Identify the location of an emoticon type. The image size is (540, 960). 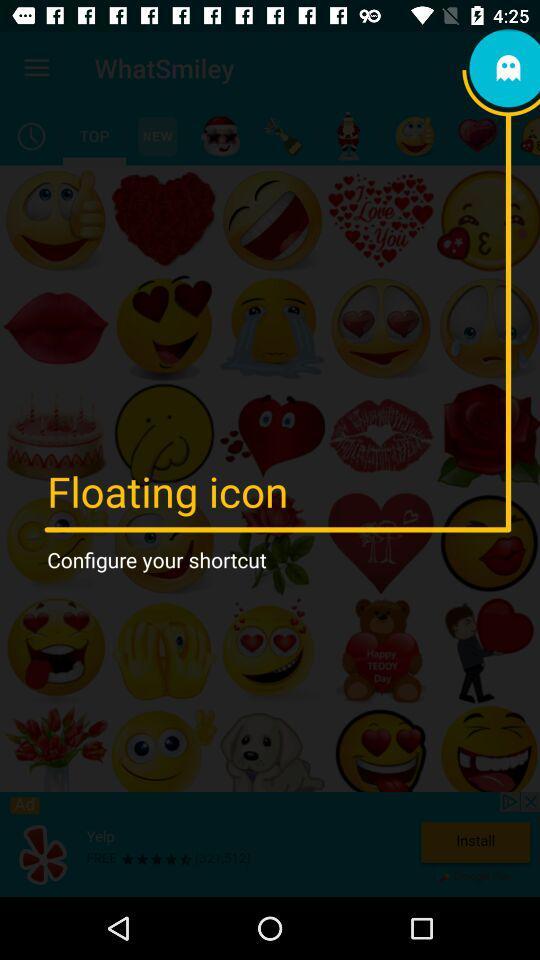
(477, 135).